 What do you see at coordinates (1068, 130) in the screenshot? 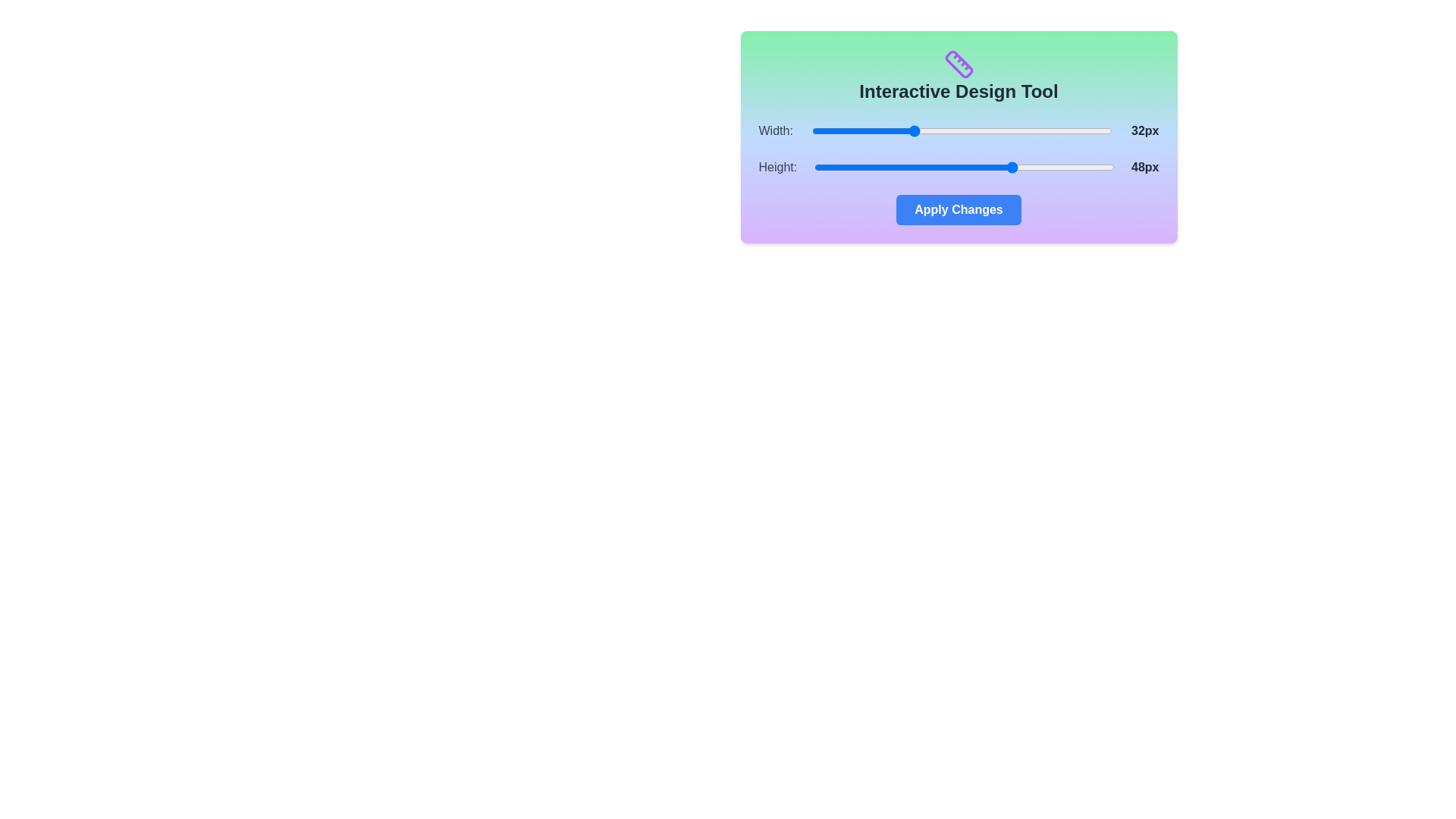
I see `the 'Width' slider to set its value to 57 within the range of 16 to 64` at bounding box center [1068, 130].